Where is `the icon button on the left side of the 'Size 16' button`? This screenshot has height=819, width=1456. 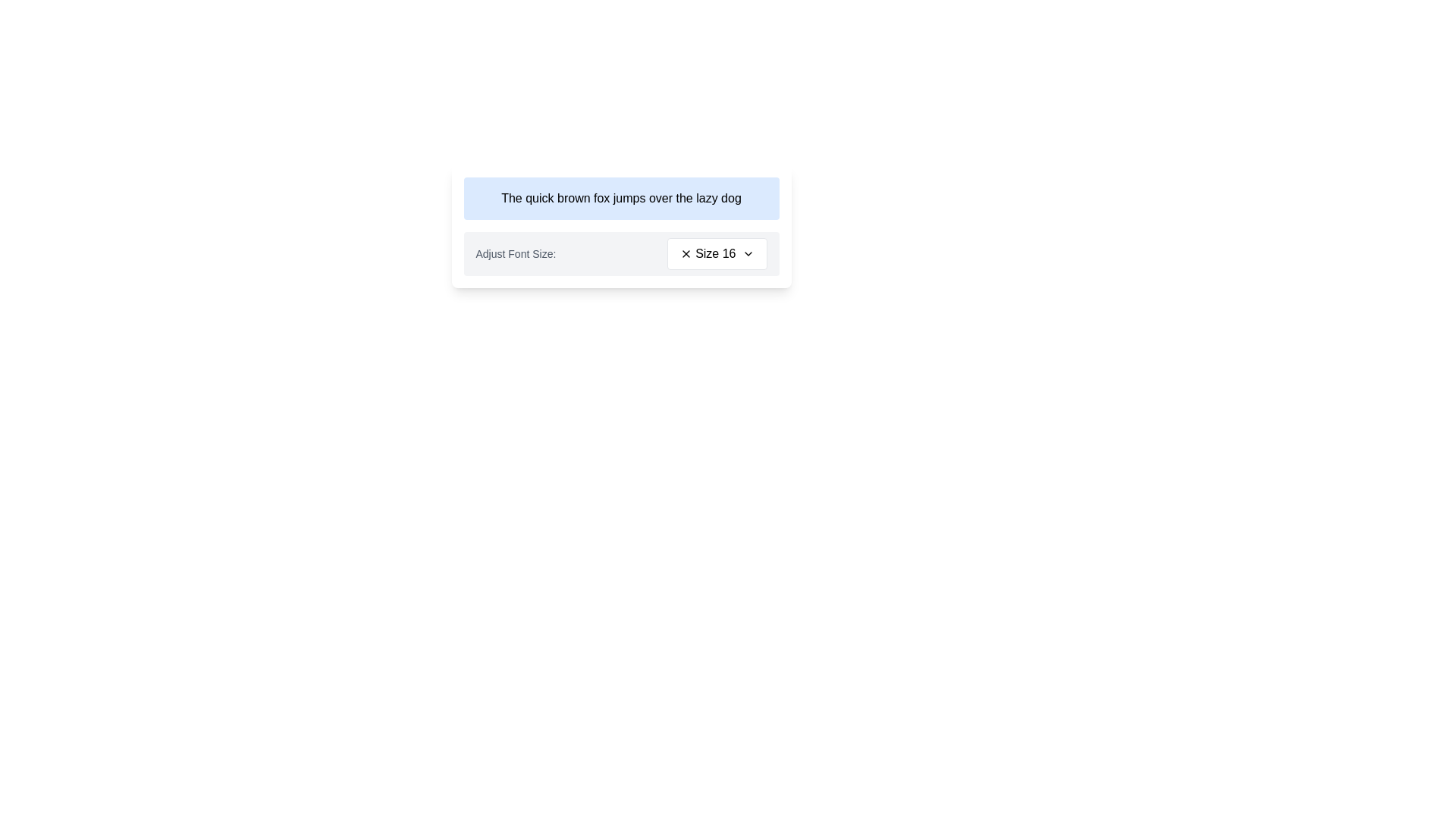 the icon button on the left side of the 'Size 16' button is located at coordinates (686, 253).